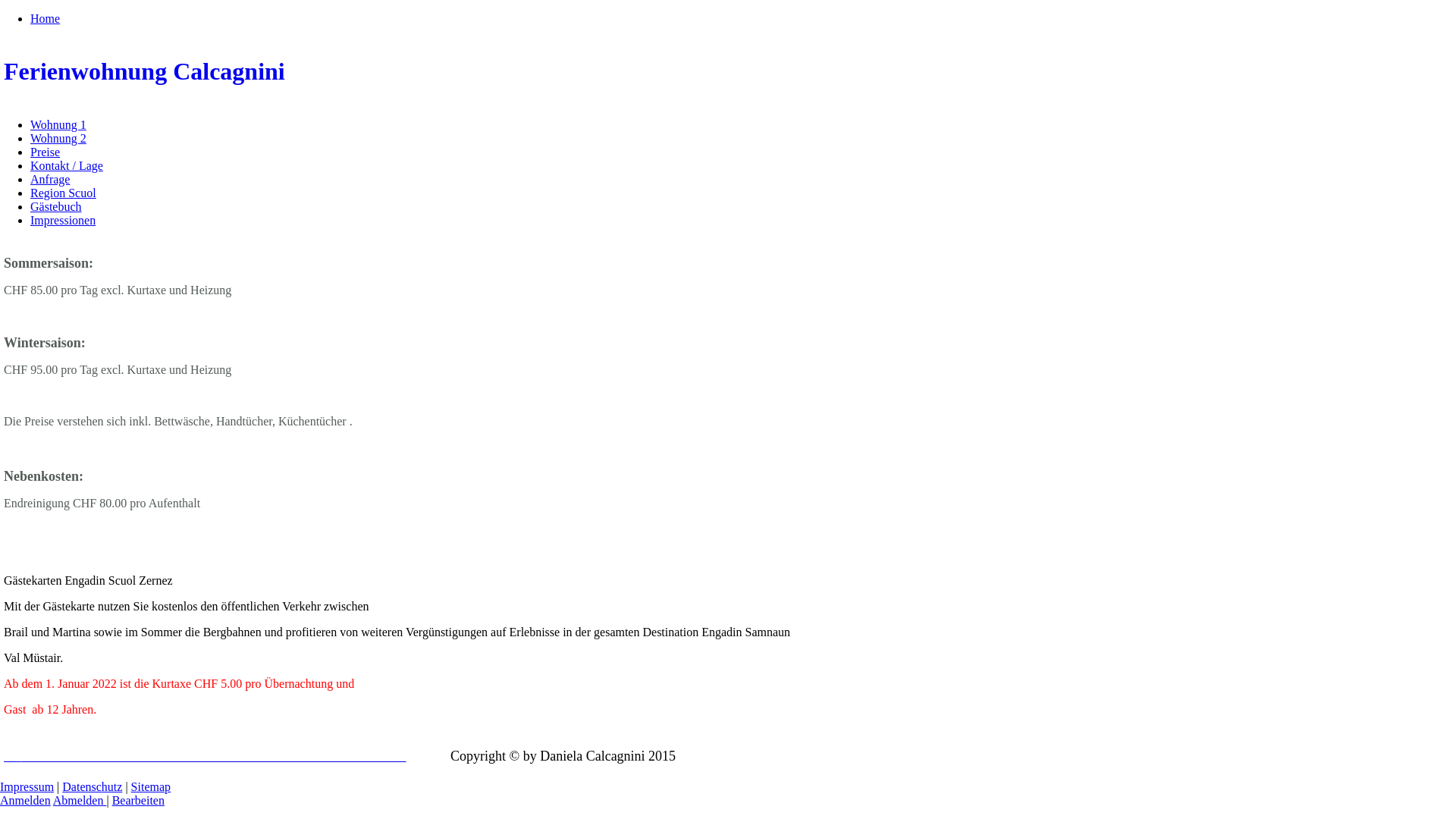 This screenshot has width=1456, height=819. I want to click on 'Kontakt / Lage', so click(65, 165).